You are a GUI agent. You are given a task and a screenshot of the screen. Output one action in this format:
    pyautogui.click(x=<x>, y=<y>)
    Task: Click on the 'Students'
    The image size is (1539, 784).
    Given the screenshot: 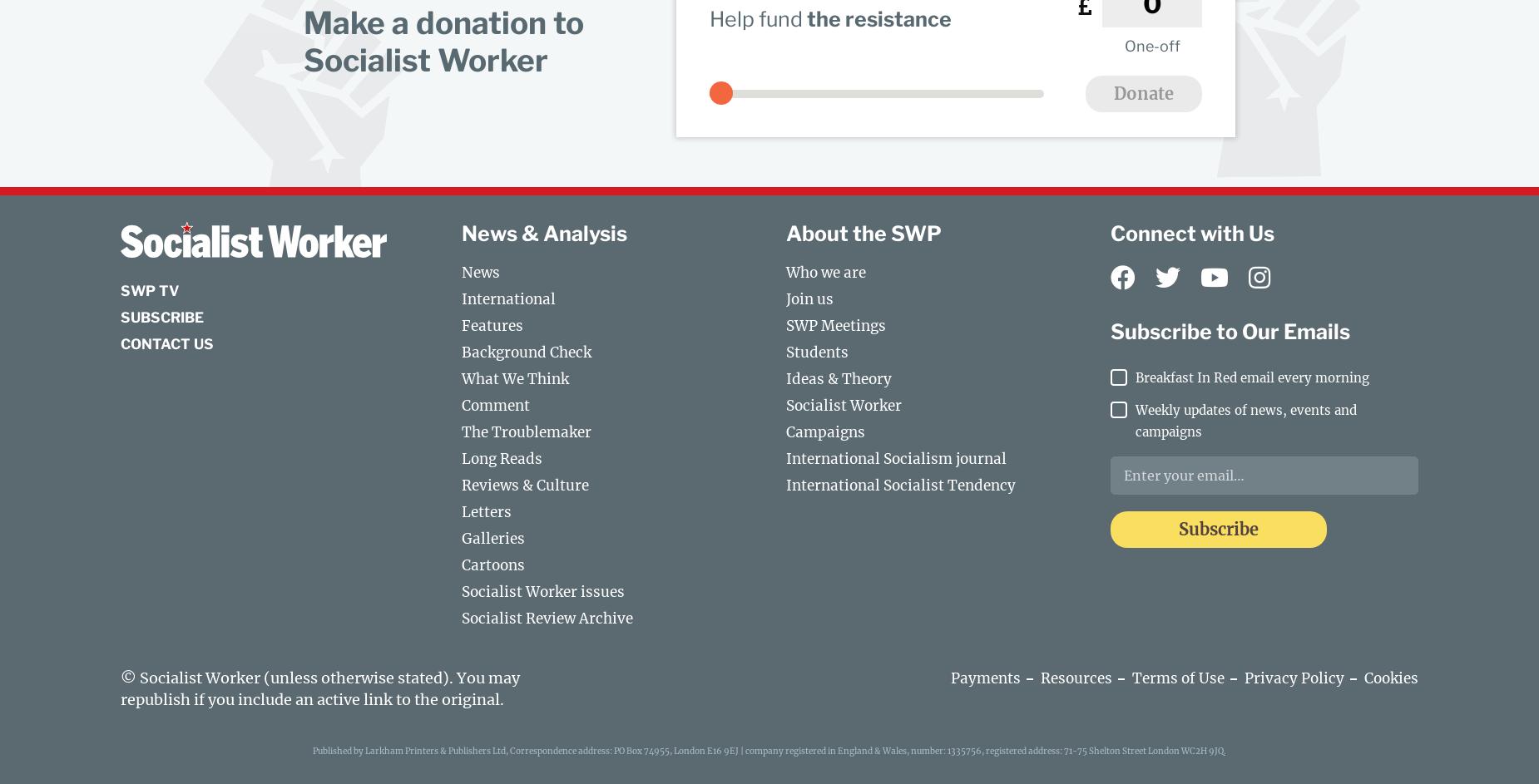 What is the action you would take?
    pyautogui.click(x=816, y=352)
    